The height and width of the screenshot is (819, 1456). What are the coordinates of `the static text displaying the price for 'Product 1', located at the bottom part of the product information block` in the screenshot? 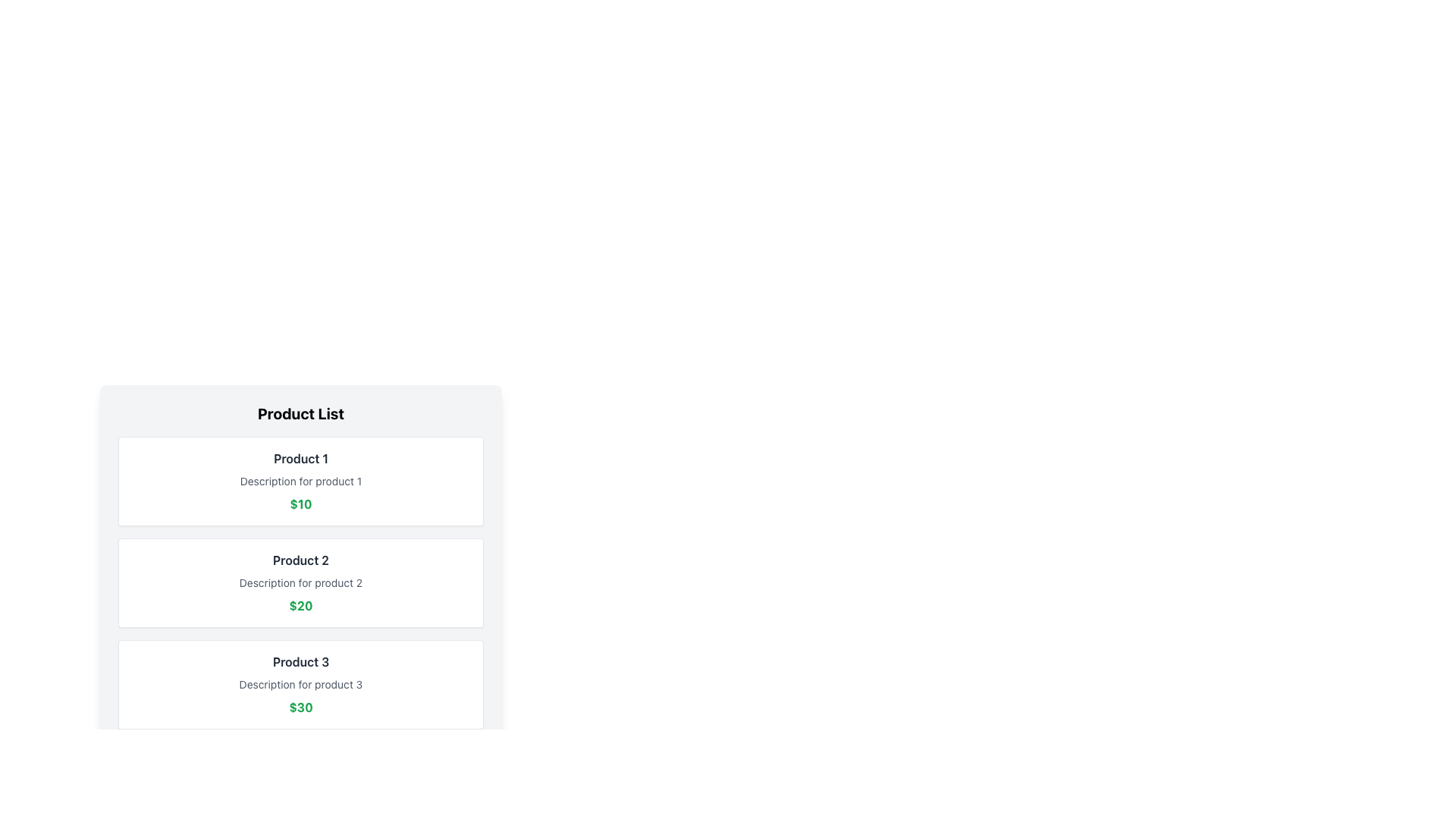 It's located at (301, 504).